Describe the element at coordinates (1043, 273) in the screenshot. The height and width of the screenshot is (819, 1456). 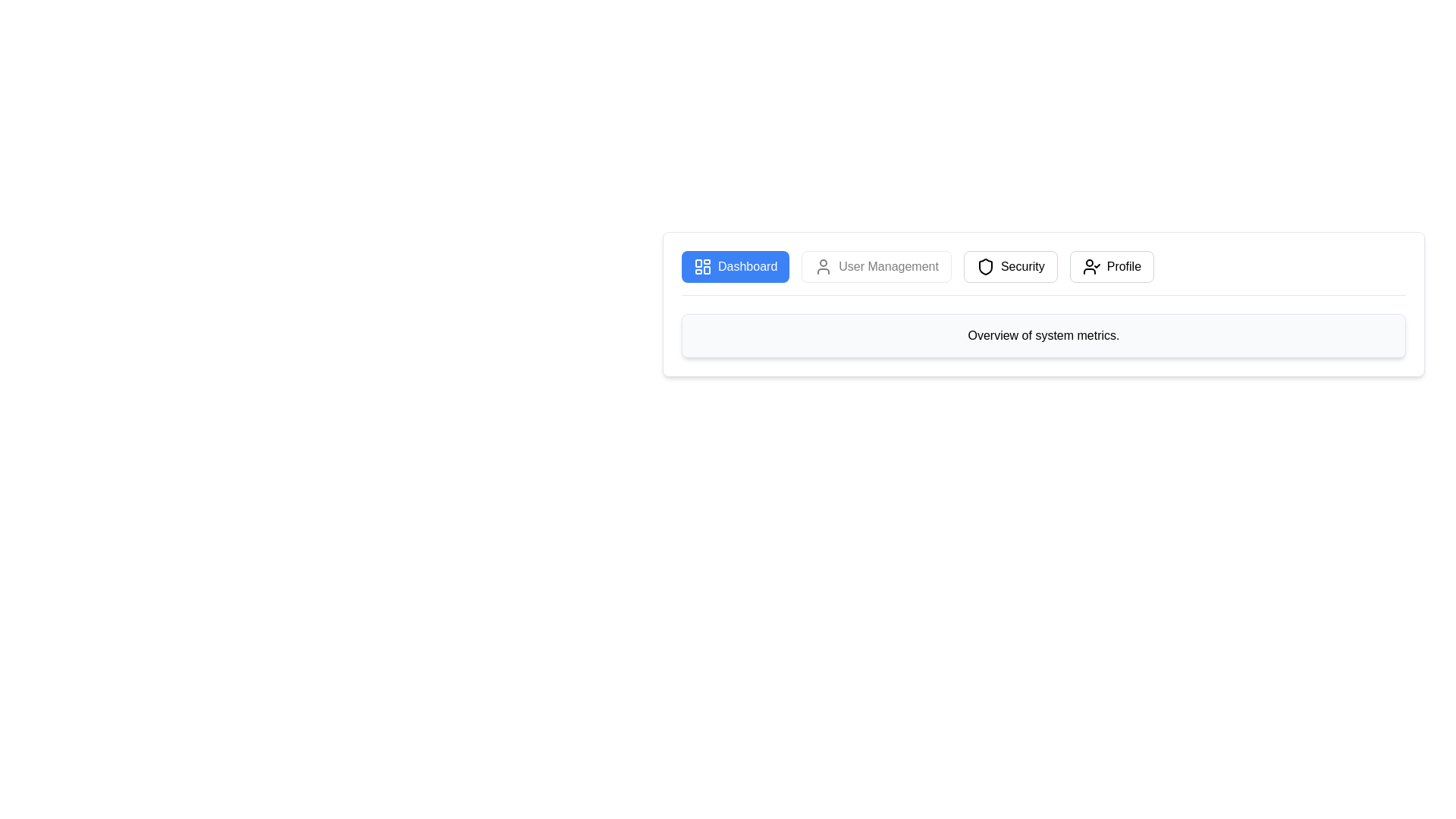
I see `the Navigation bar buttons using keyboard navigation` at that location.